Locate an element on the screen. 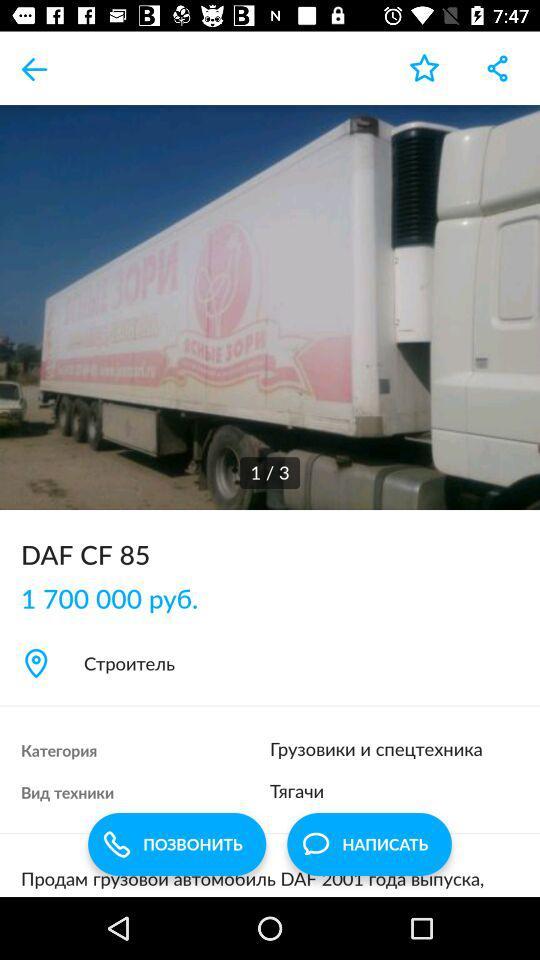 Image resolution: width=540 pixels, height=960 pixels. the item on the left is located at coordinates (120, 598).